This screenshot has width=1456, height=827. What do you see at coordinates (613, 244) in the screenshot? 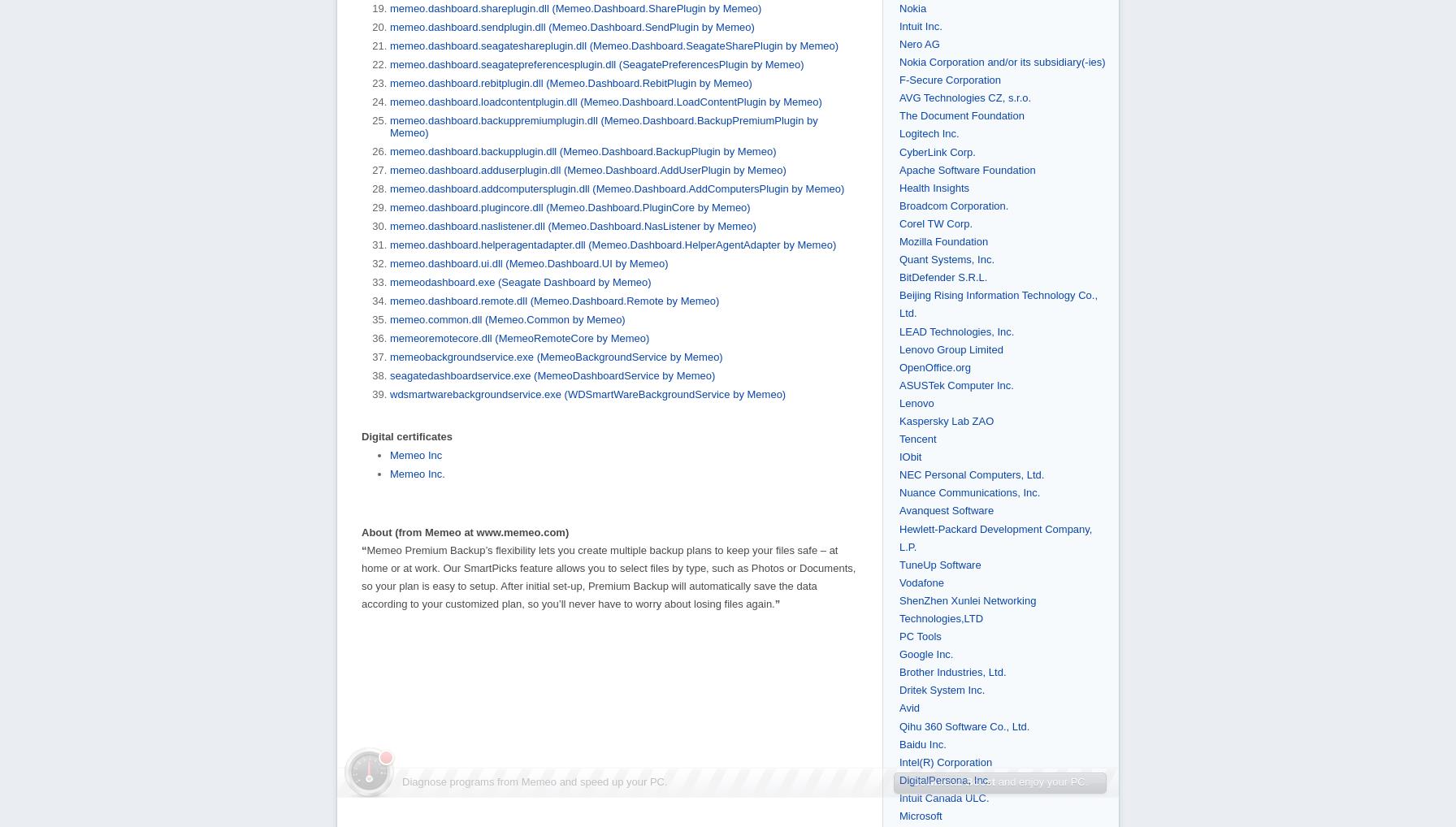
I see `'memeo.dashboard.helperagentadapter.dll (Memeo.Dashboard.HelperAgentAdapter by Memeo)'` at bounding box center [613, 244].